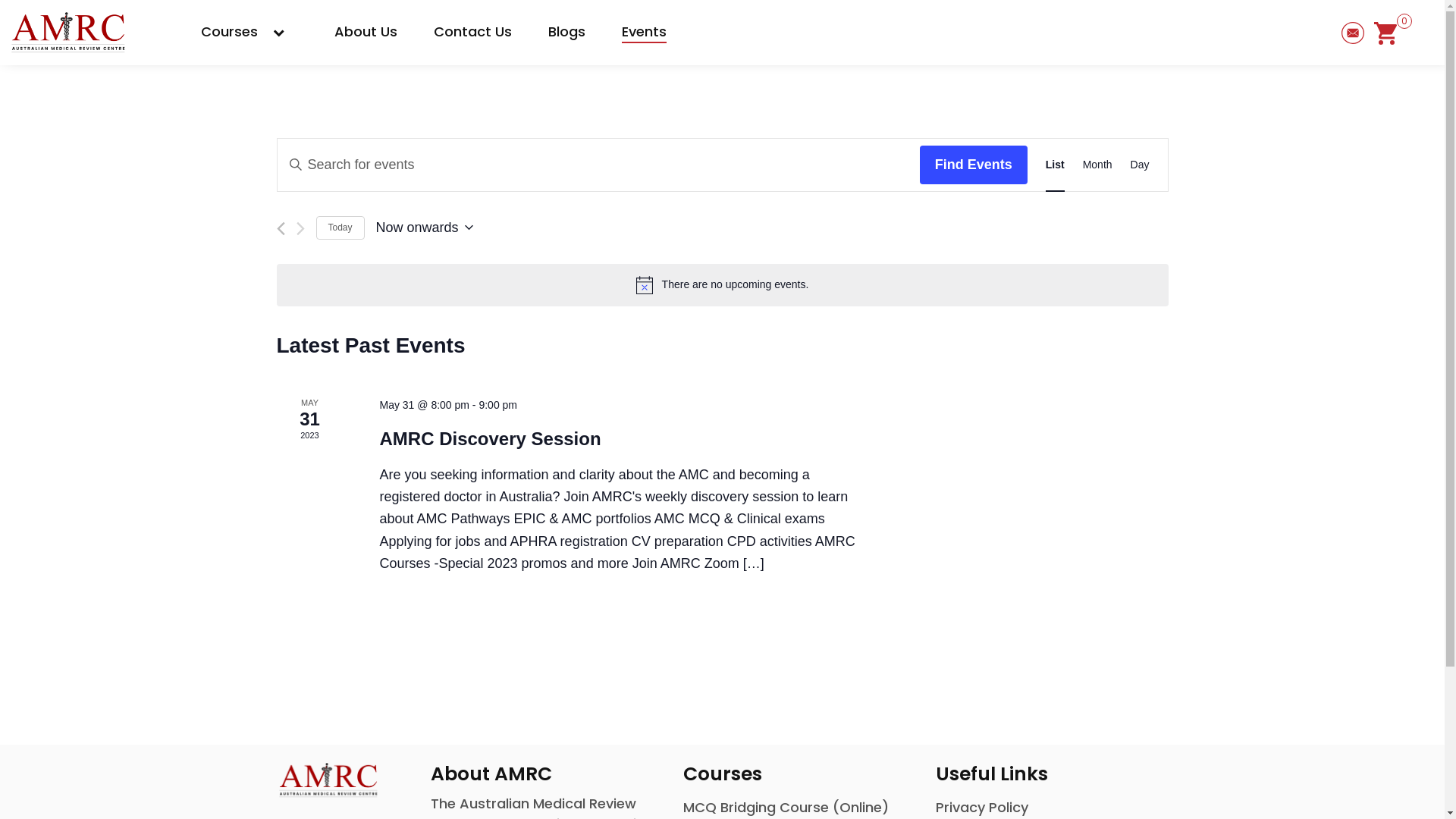 The image size is (1456, 819). Describe the element at coordinates (1140, 165) in the screenshot. I see `'Day'` at that location.